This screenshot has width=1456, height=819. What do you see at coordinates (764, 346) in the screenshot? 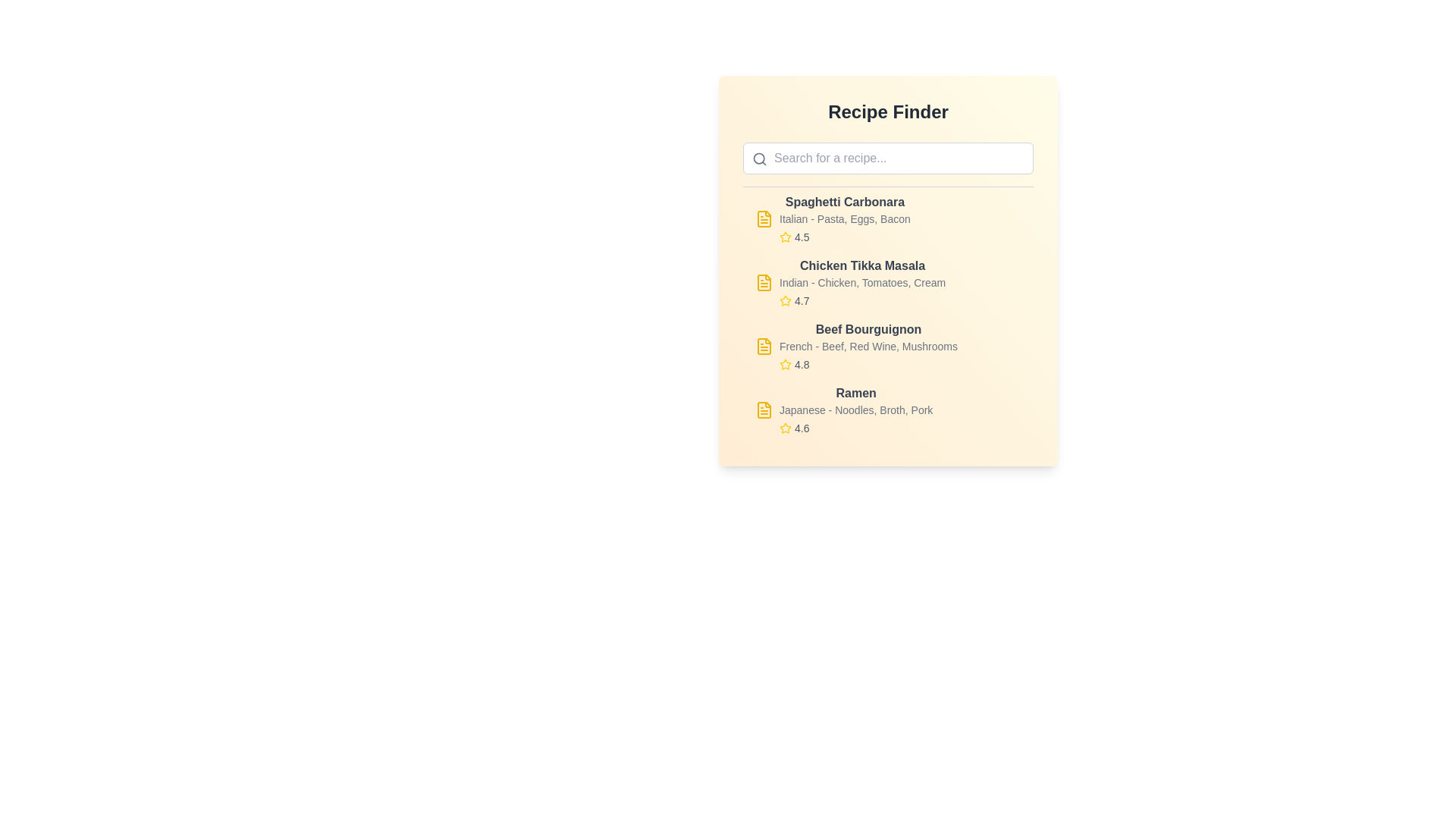
I see `the small yellow document icon located to the left of the 'Beef Bourguignon' entry in the recipe list` at bounding box center [764, 346].